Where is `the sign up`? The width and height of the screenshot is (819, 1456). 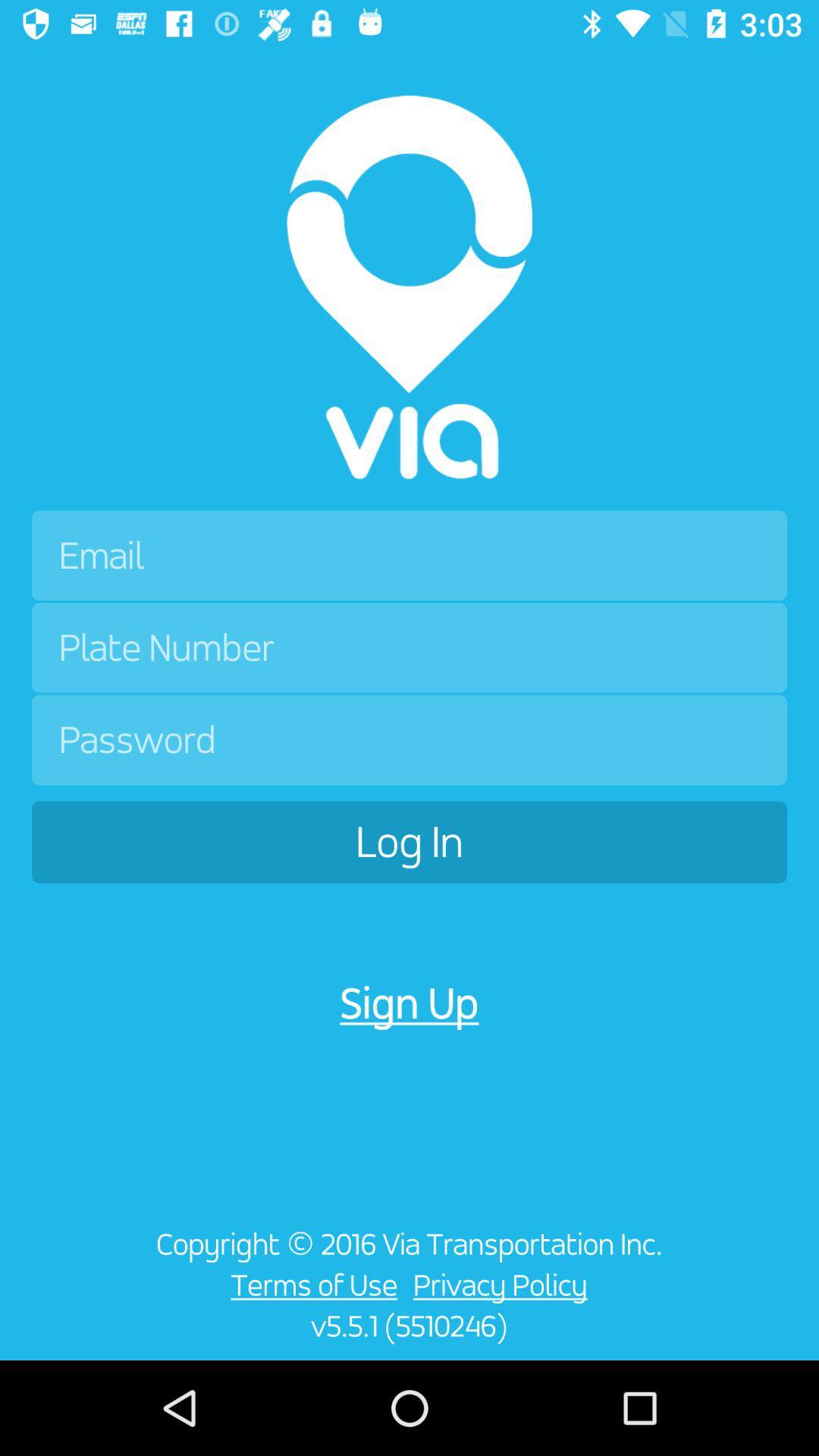 the sign up is located at coordinates (409, 1003).